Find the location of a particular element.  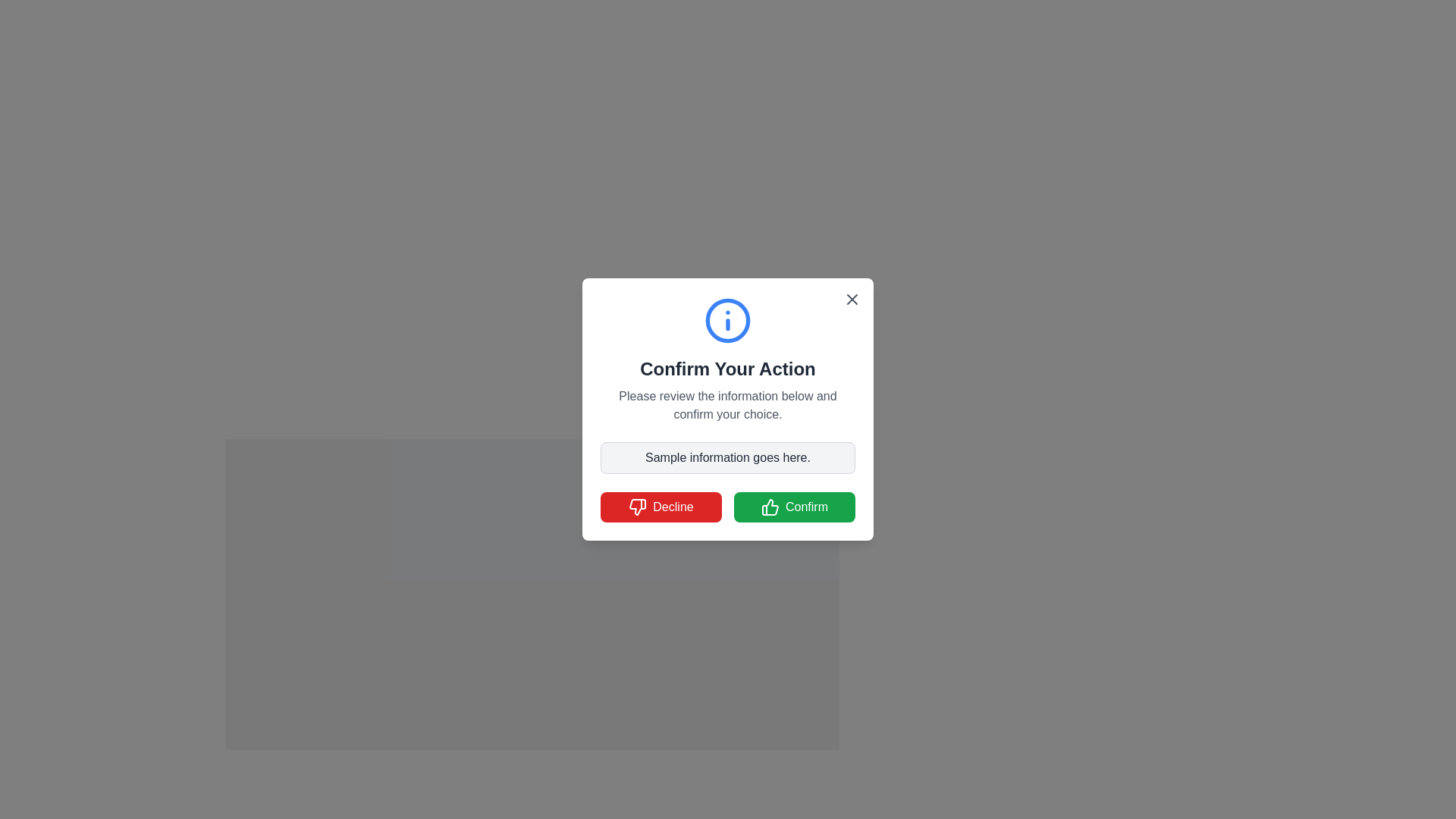

the 'Confirm' button which contains the green thumbs-up icon located at the lower-right corner of the modal dialog interface is located at coordinates (770, 507).